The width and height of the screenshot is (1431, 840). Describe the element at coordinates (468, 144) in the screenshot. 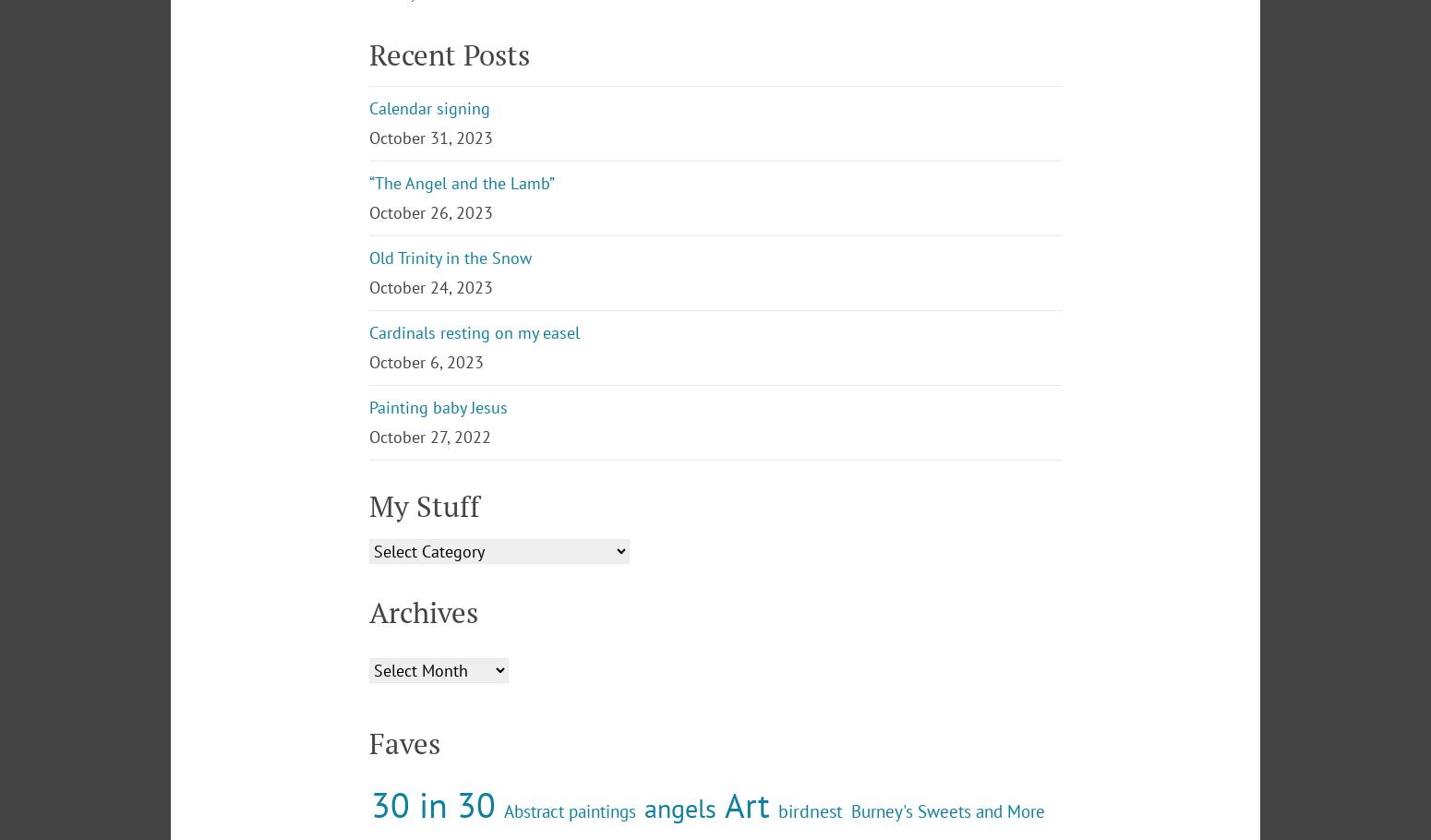

I see `'Join 1,297 other subscribers'` at that location.